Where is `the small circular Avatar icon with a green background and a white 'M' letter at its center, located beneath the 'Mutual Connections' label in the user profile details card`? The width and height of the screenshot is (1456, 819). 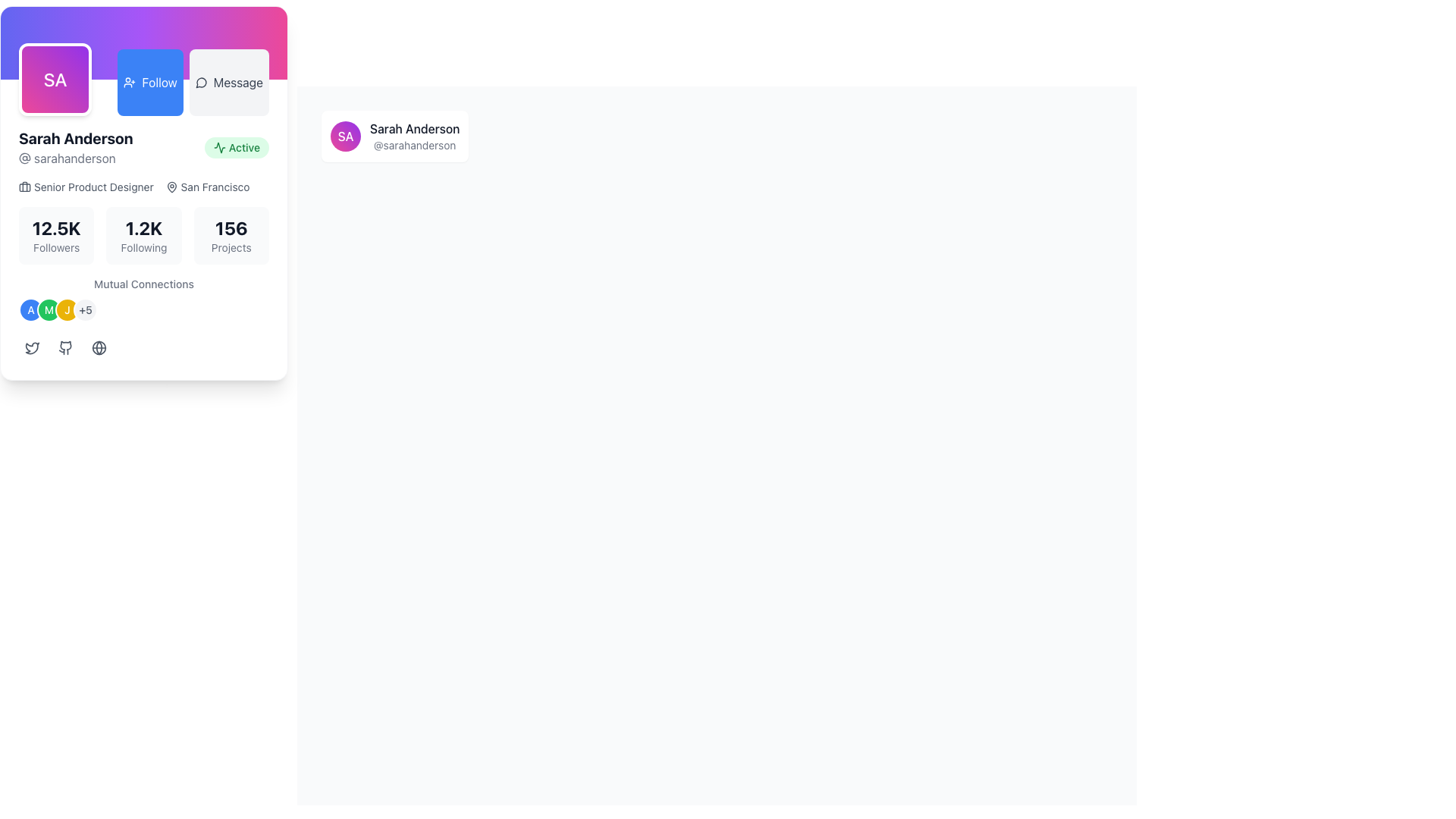 the small circular Avatar icon with a green background and a white 'M' letter at its center, located beneath the 'Mutual Connections' label in the user profile details card is located at coordinates (49, 309).